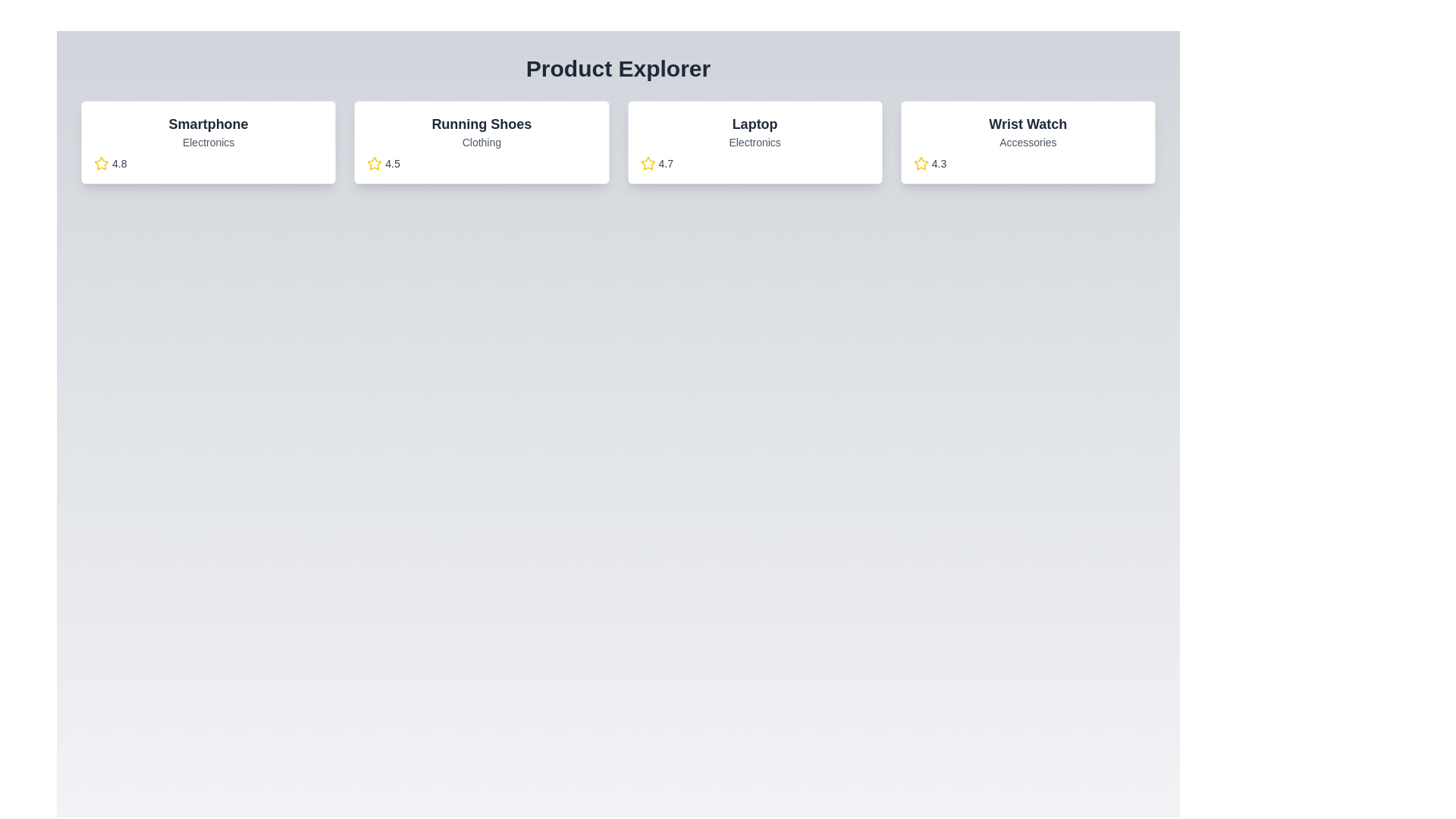  What do you see at coordinates (393, 164) in the screenshot?
I see `the static text label displaying the average rating score of the product on the second card labeled 'Running Shoes' in the 'Clothing' category` at bounding box center [393, 164].